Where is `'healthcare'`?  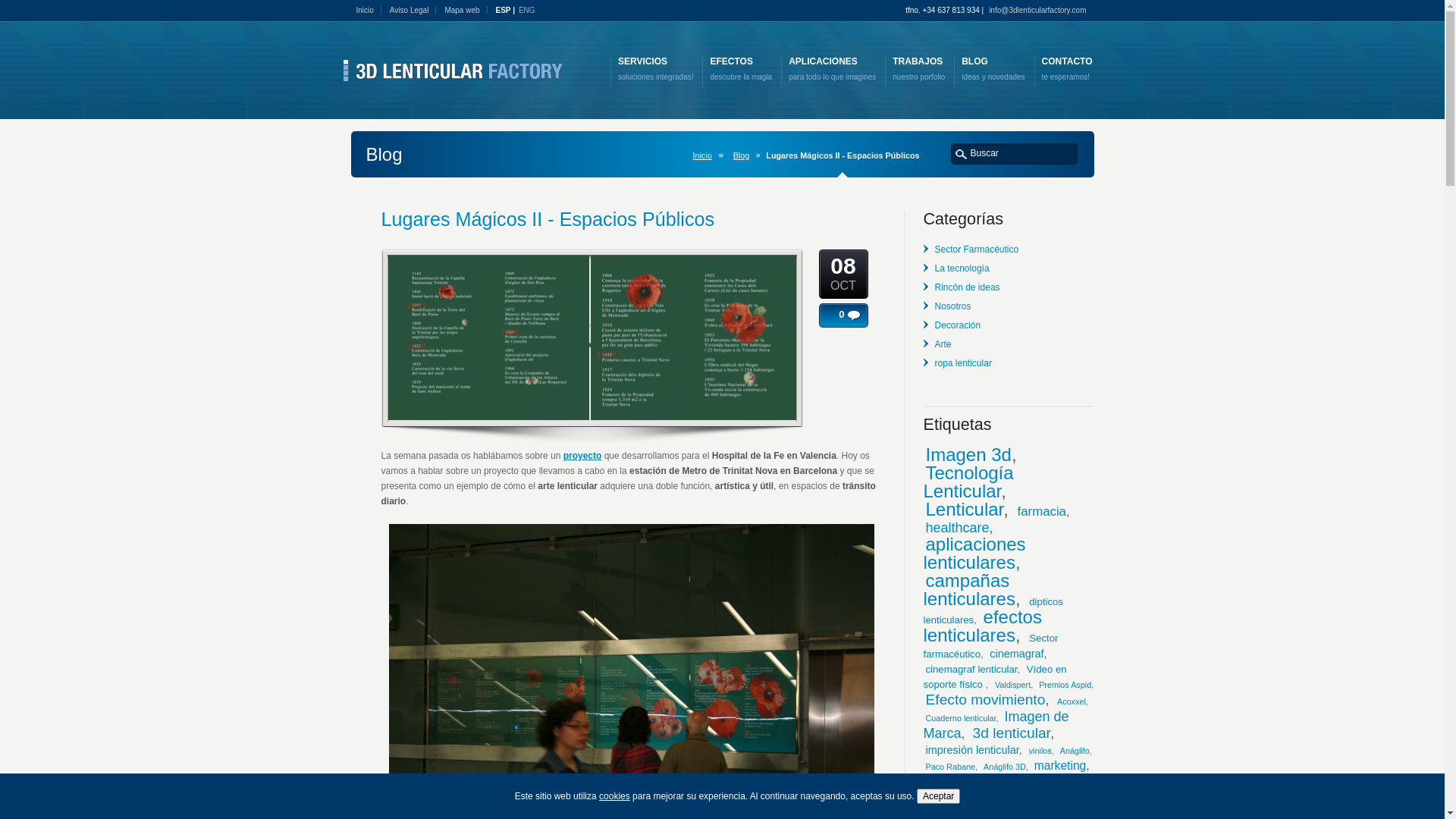 'healthcare' is located at coordinates (956, 526).